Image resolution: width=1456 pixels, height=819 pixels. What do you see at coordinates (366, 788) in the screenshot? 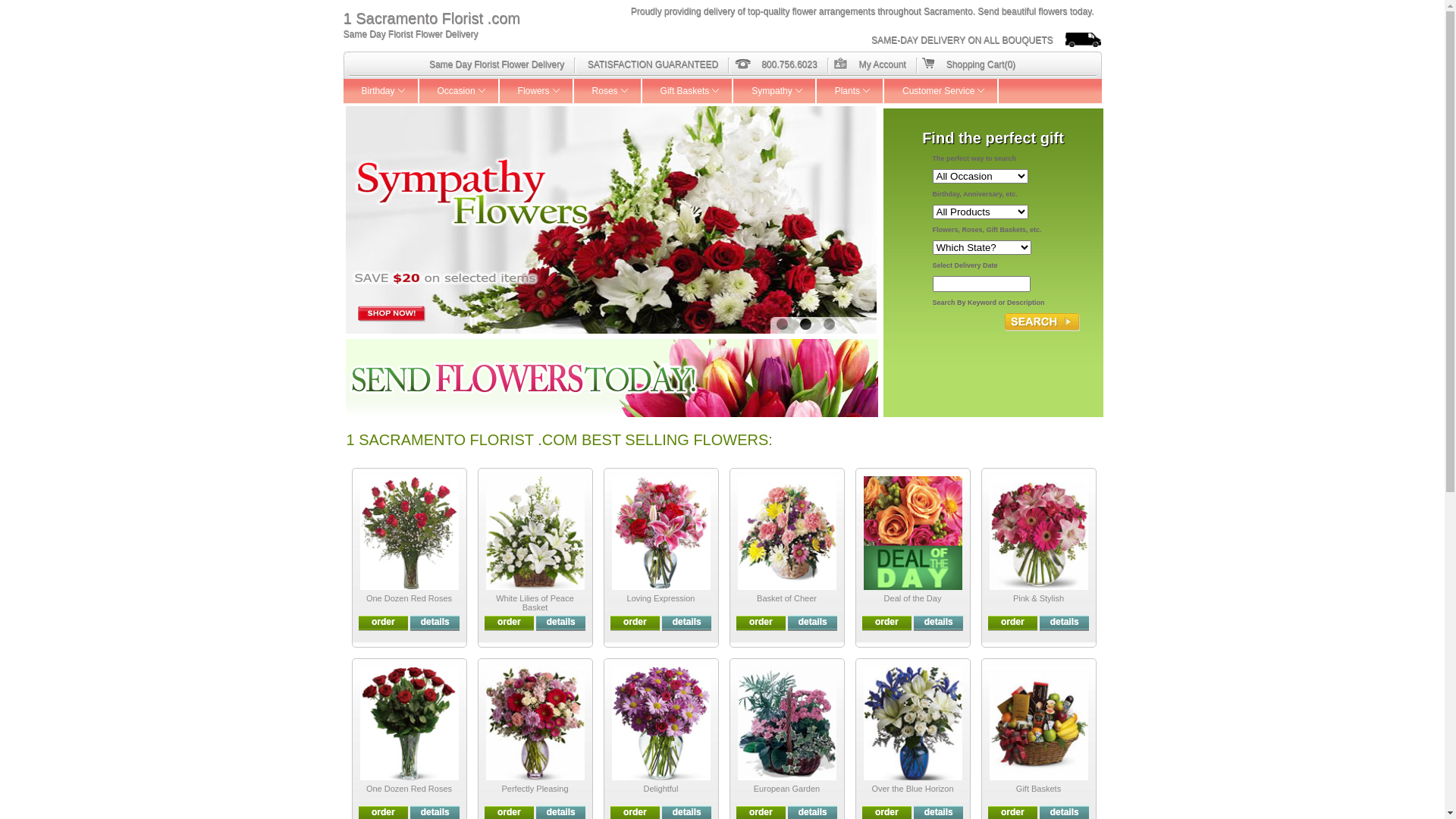
I see `'One Dozen Red Roses'` at bounding box center [366, 788].